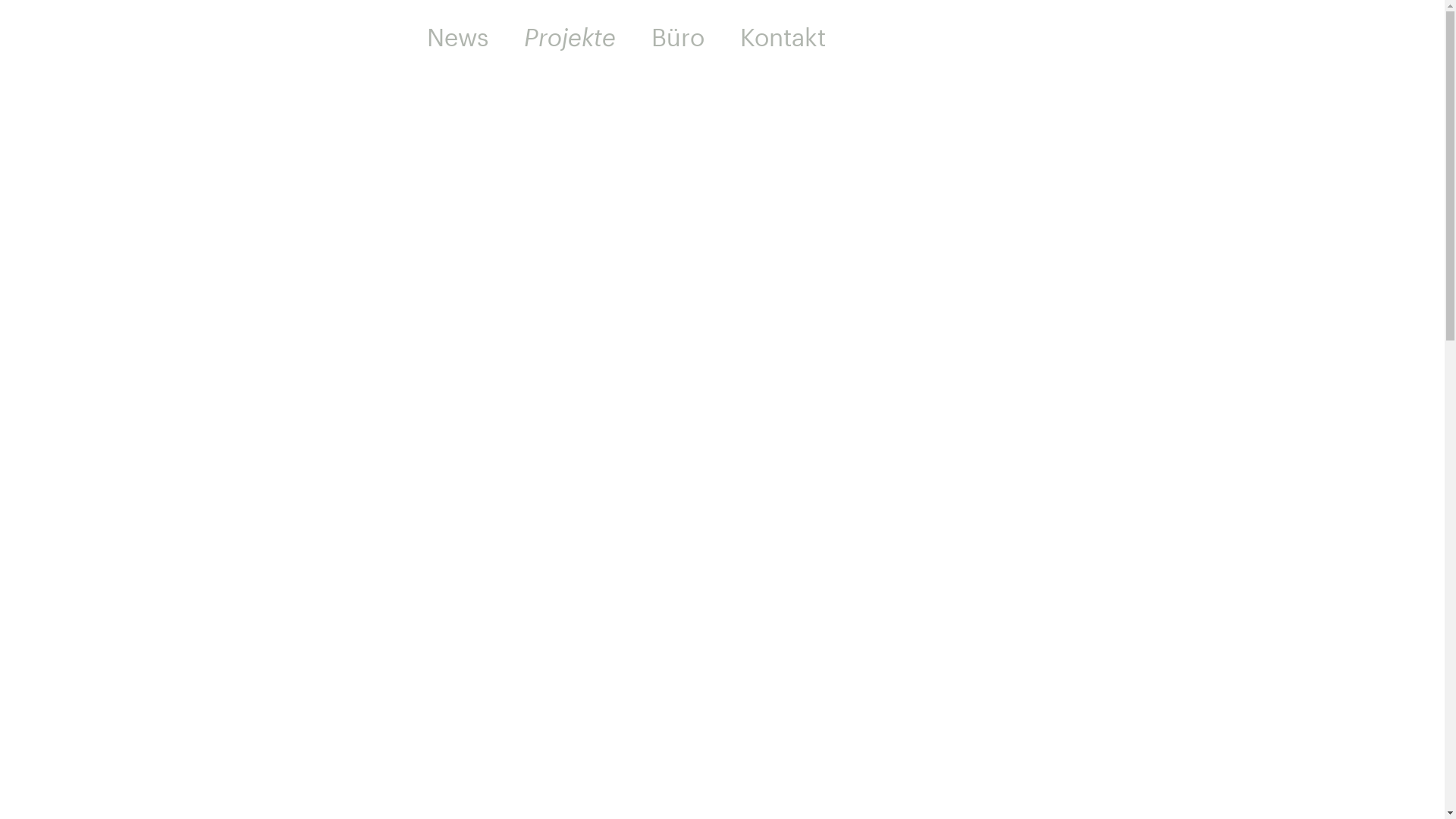 The height and width of the screenshot is (819, 1456). What do you see at coordinates (456, 36) in the screenshot?
I see `'News'` at bounding box center [456, 36].